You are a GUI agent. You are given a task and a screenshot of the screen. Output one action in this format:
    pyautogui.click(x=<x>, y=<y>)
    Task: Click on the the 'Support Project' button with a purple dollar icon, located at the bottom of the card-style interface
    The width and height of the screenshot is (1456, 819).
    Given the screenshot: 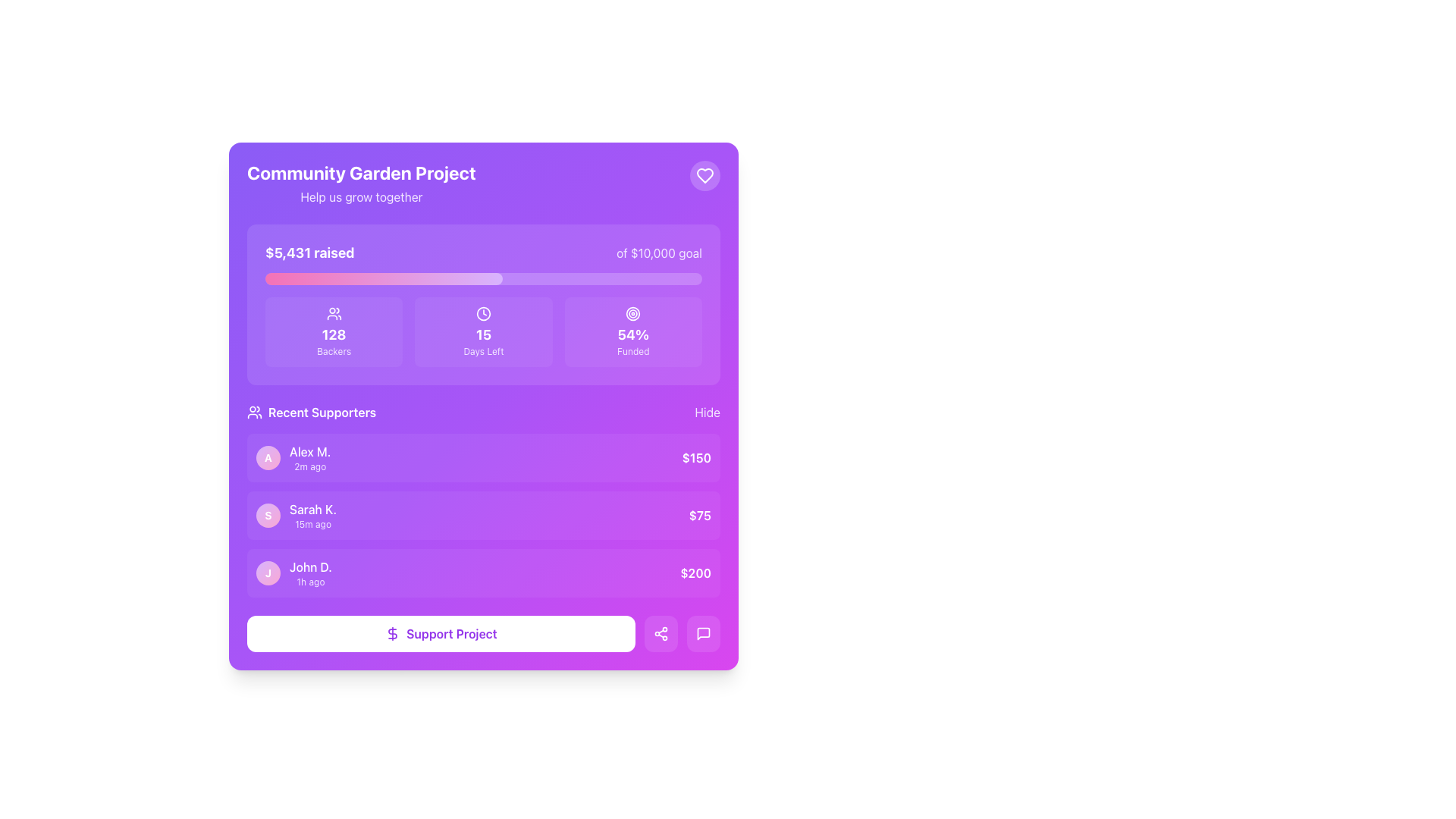 What is the action you would take?
    pyautogui.click(x=483, y=634)
    